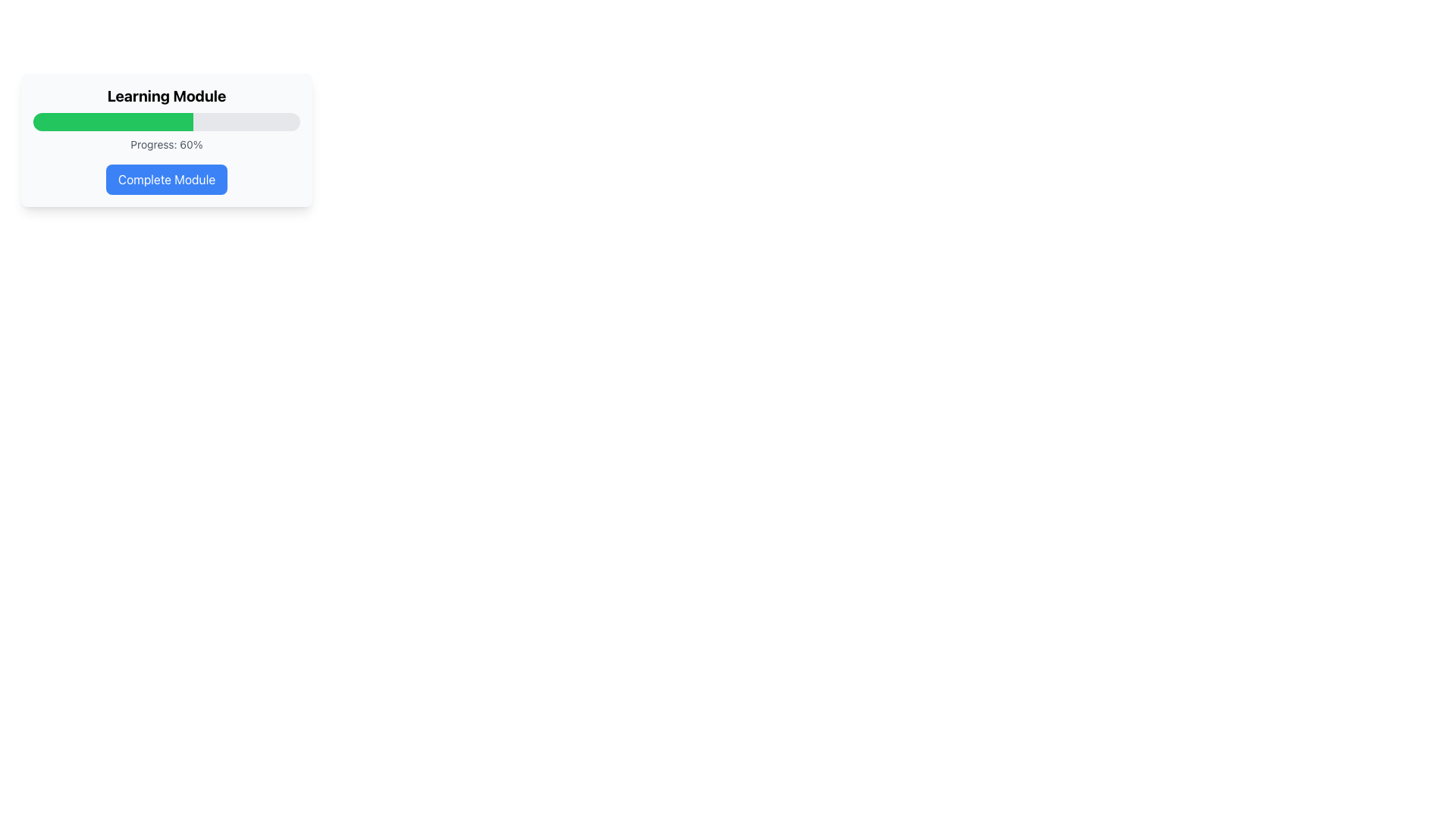 The width and height of the screenshot is (1456, 819). What do you see at coordinates (167, 178) in the screenshot?
I see `the 'Complete Learning Module' button located at the bottom of the card component` at bounding box center [167, 178].